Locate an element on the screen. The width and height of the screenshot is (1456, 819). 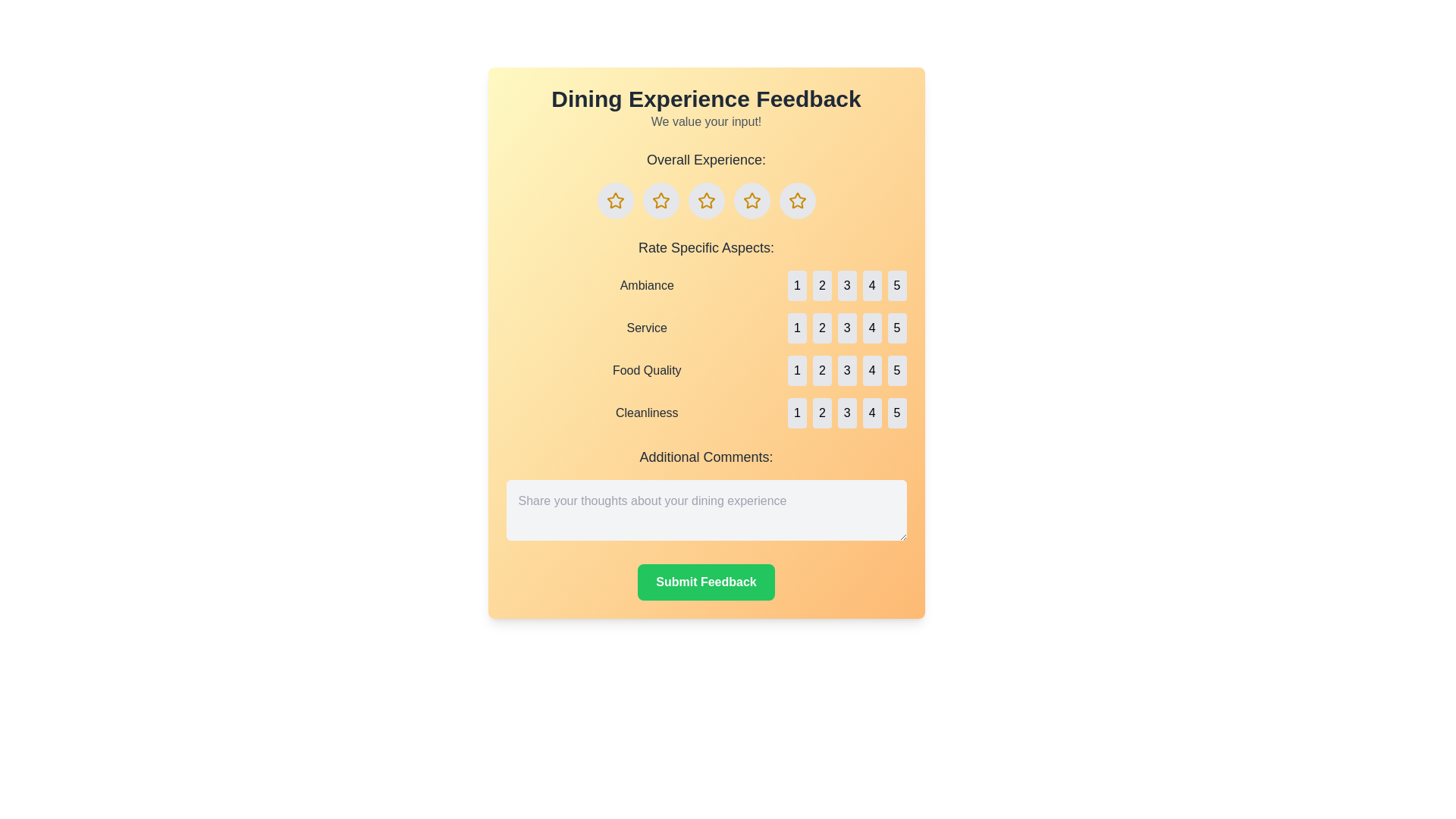
the second star-shaped button in the rating component is located at coordinates (661, 200).